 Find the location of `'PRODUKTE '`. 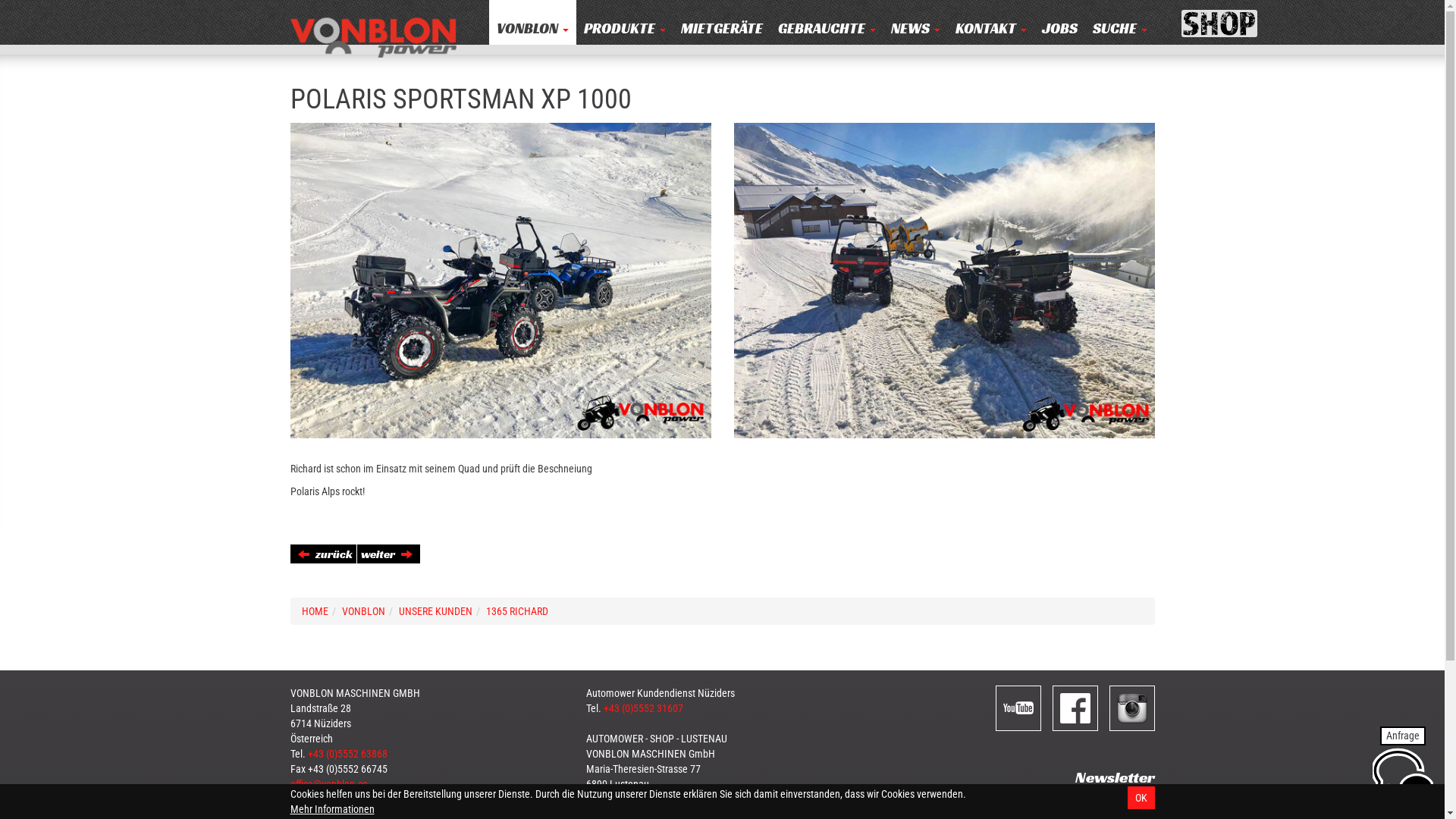

'PRODUKTE ' is located at coordinates (575, 22).